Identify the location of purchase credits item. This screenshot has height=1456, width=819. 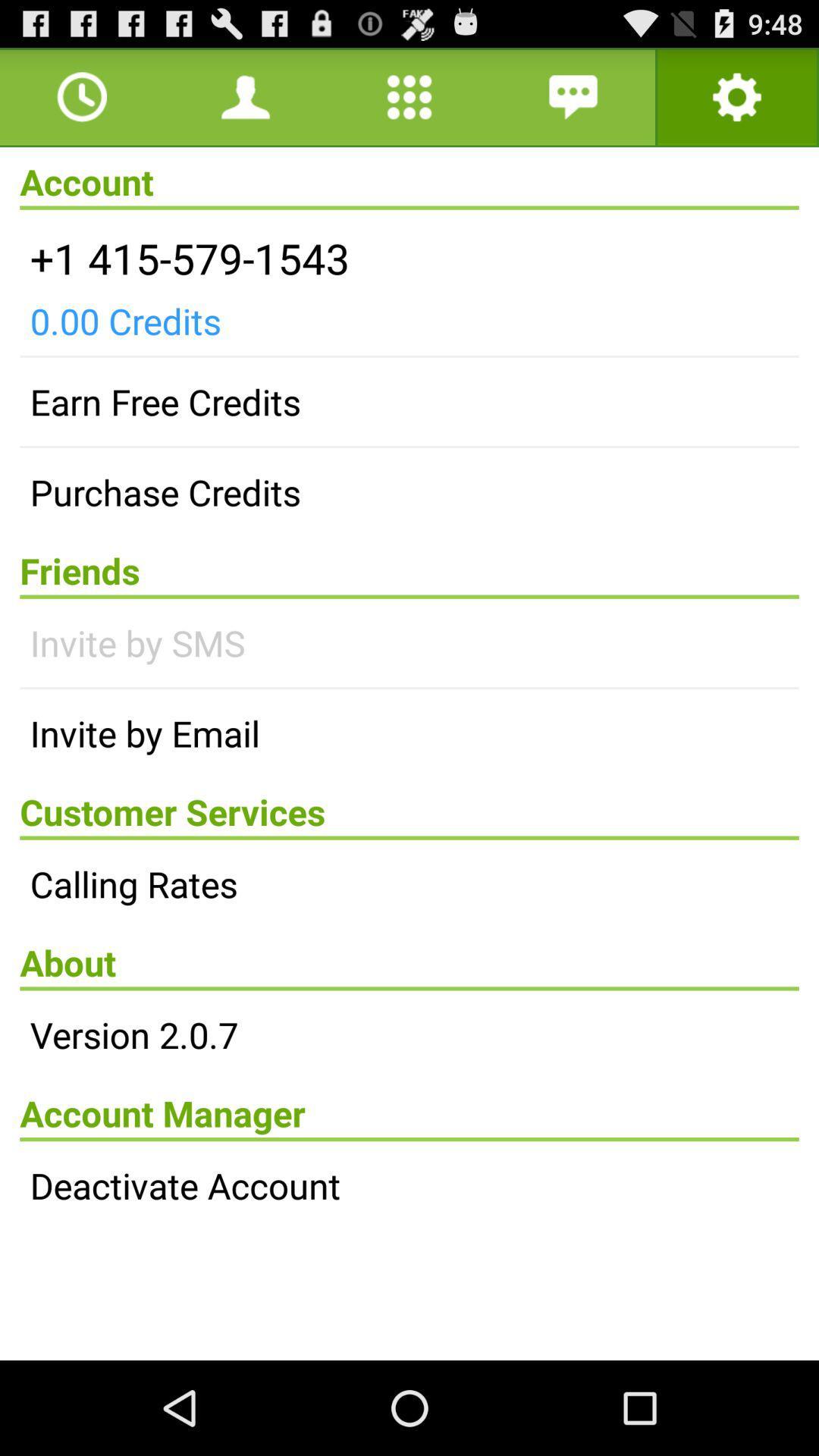
(409, 492).